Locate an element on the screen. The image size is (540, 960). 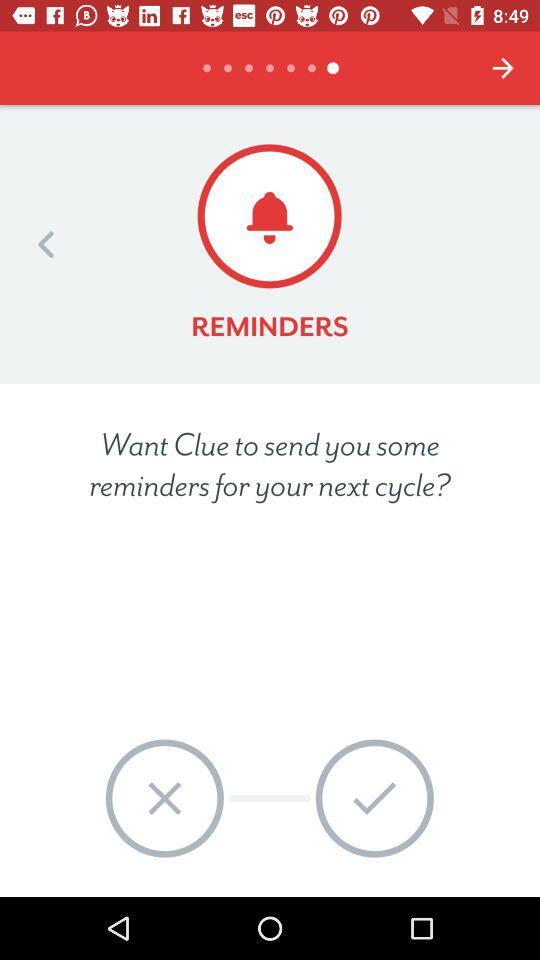
the icon at the top right corner is located at coordinates (502, 68).